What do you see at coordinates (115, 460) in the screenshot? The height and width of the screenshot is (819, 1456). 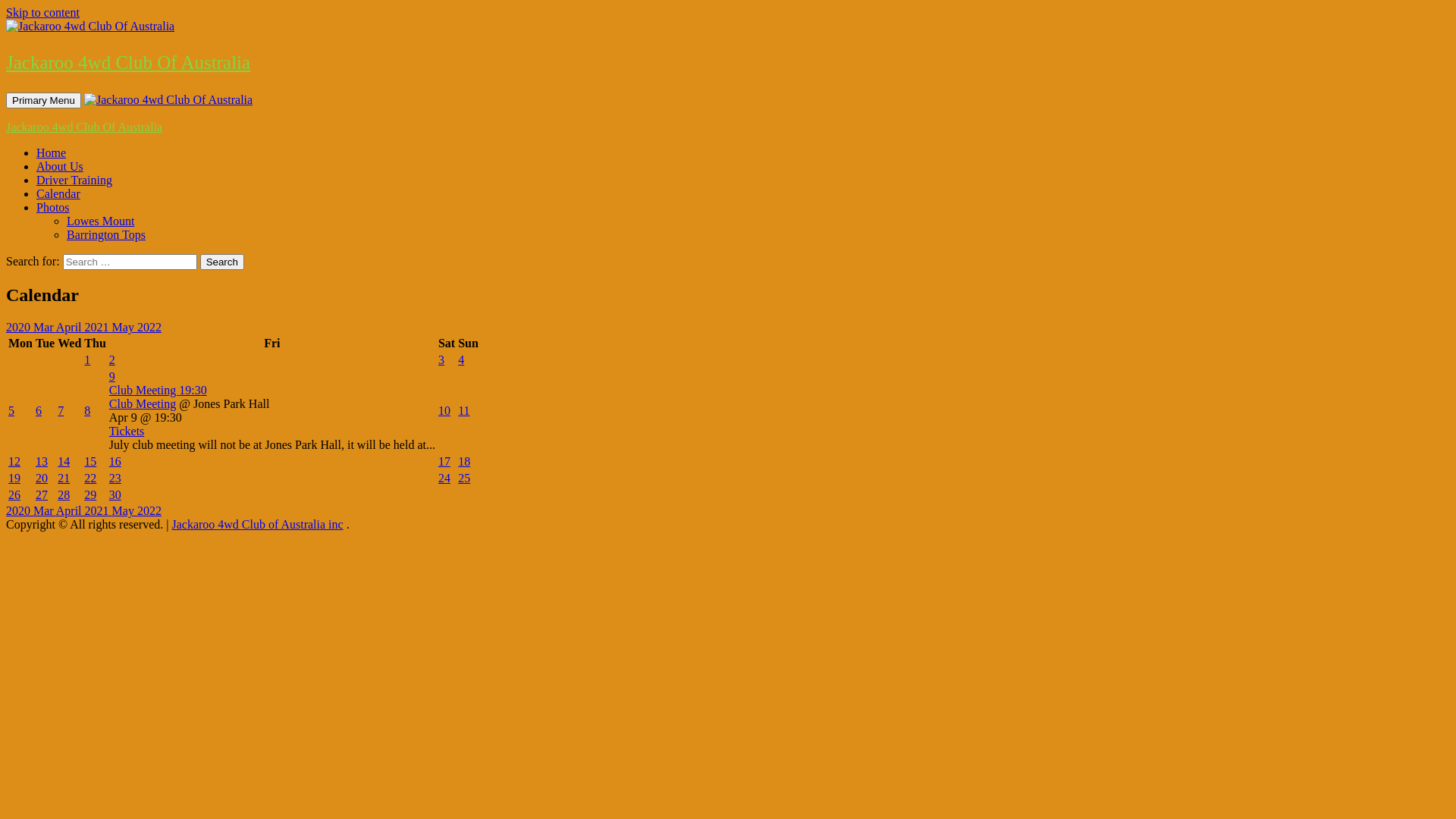 I see `'16'` at bounding box center [115, 460].